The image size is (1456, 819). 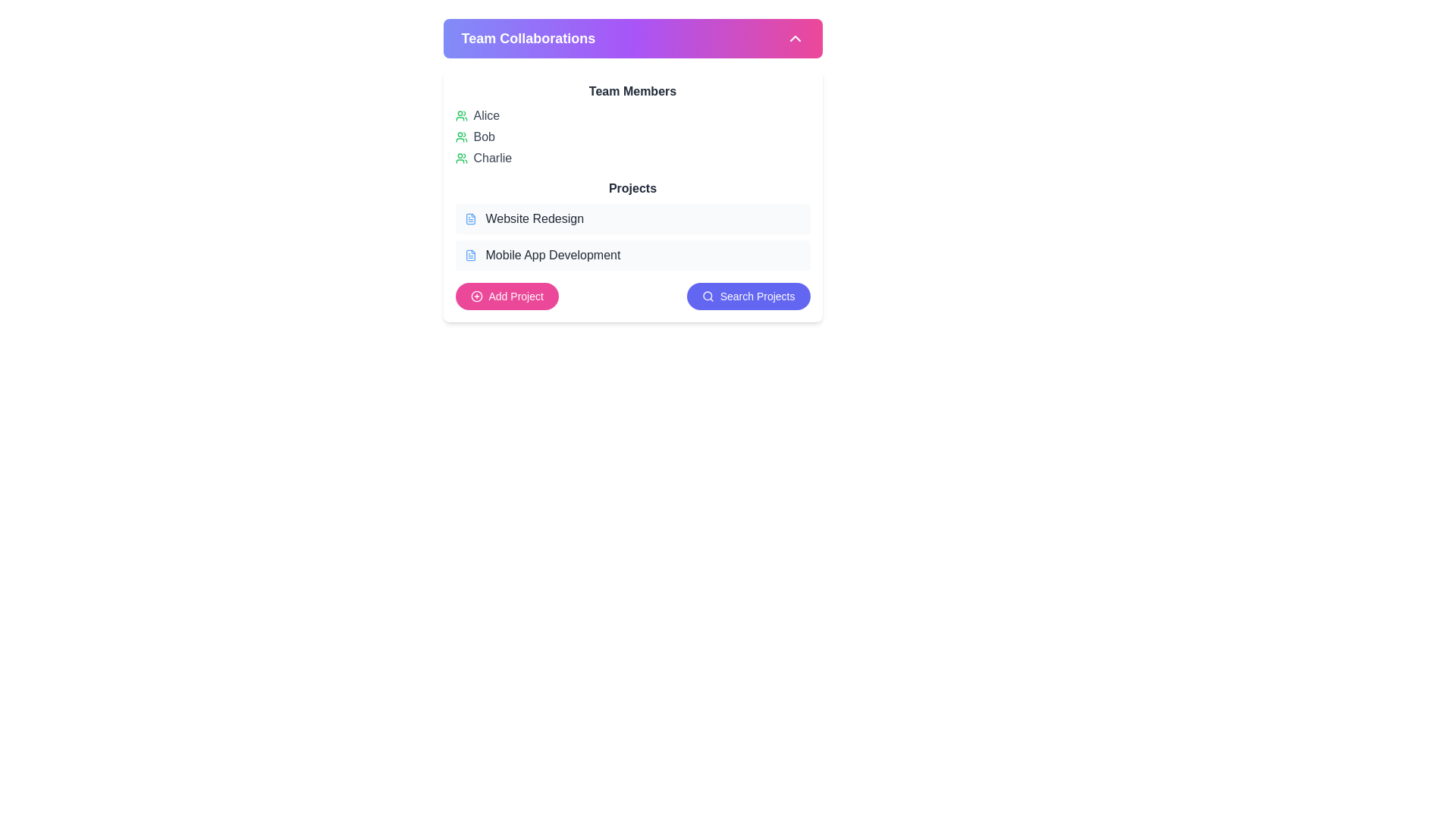 What do you see at coordinates (460, 158) in the screenshot?
I see `the icon representing 'Charlie' in the 'Team Members' list, located between 'Bob' and the 'Projects' section` at bounding box center [460, 158].